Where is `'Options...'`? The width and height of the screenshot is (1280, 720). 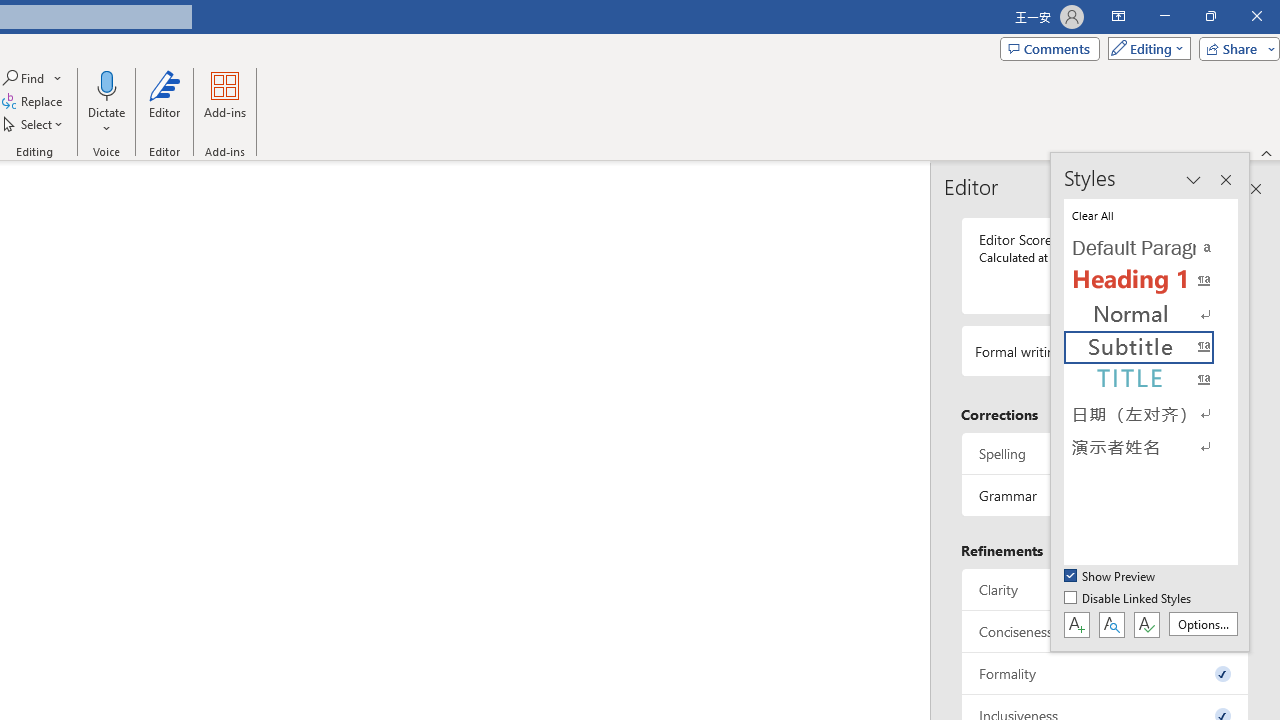
'Options...' is located at coordinates (1202, 622).